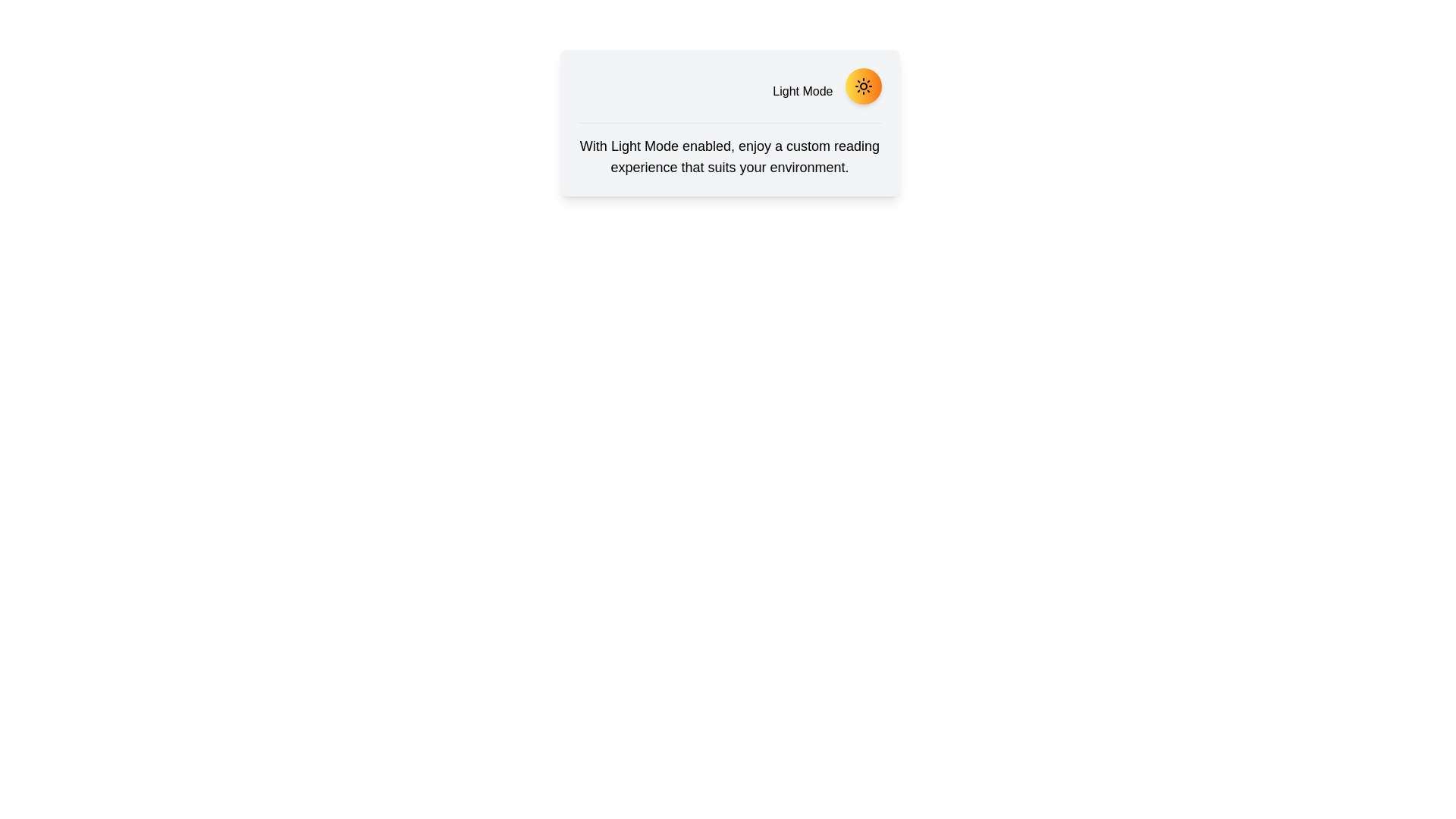  Describe the element at coordinates (863, 86) in the screenshot. I see `the icon representing the current mode to examine its state` at that location.